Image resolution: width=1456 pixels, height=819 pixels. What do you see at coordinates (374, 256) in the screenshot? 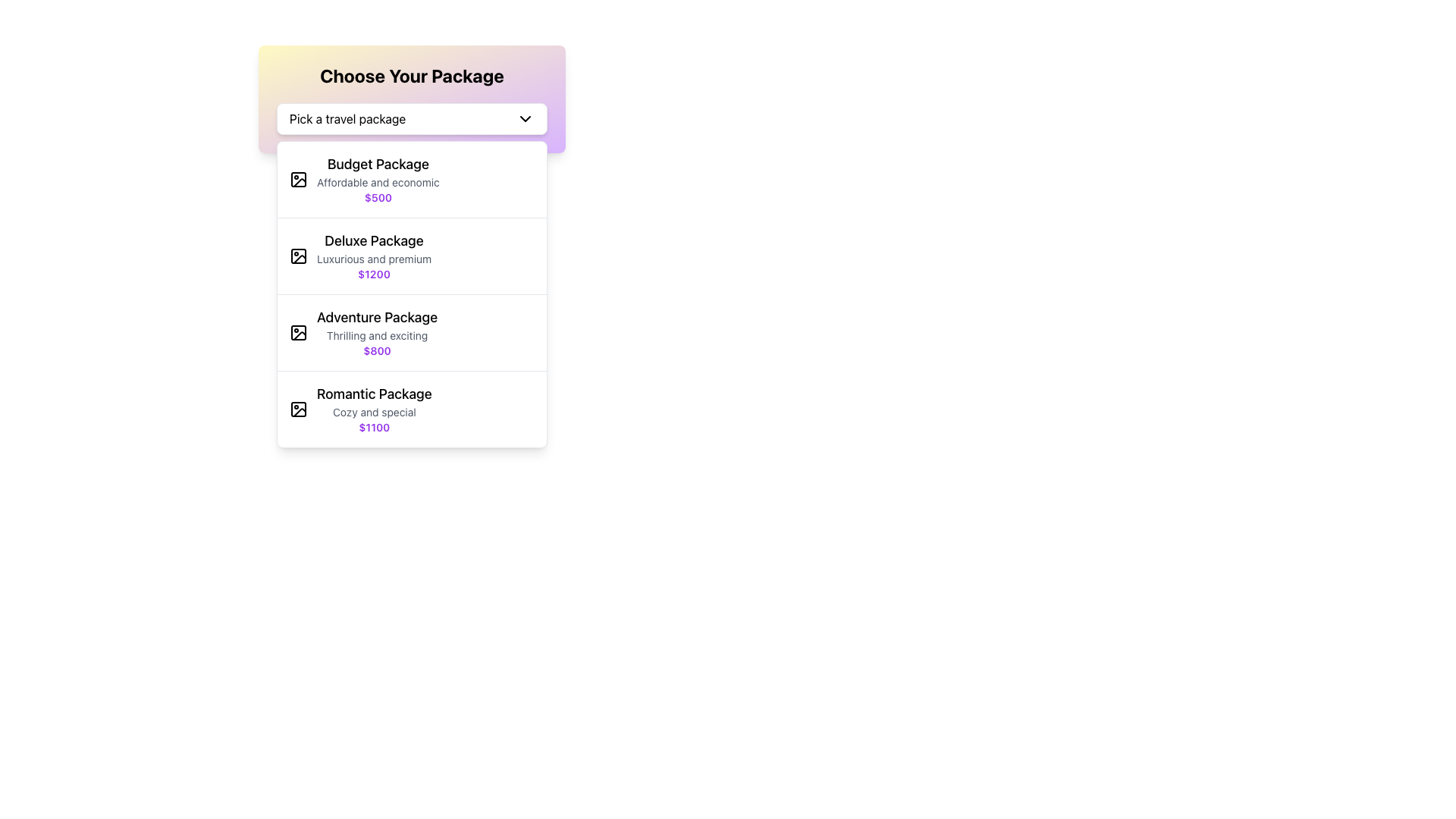
I see `information displayed in the Informational Block titled 'Deluxe Package' which includes a subtitle and price details` at bounding box center [374, 256].